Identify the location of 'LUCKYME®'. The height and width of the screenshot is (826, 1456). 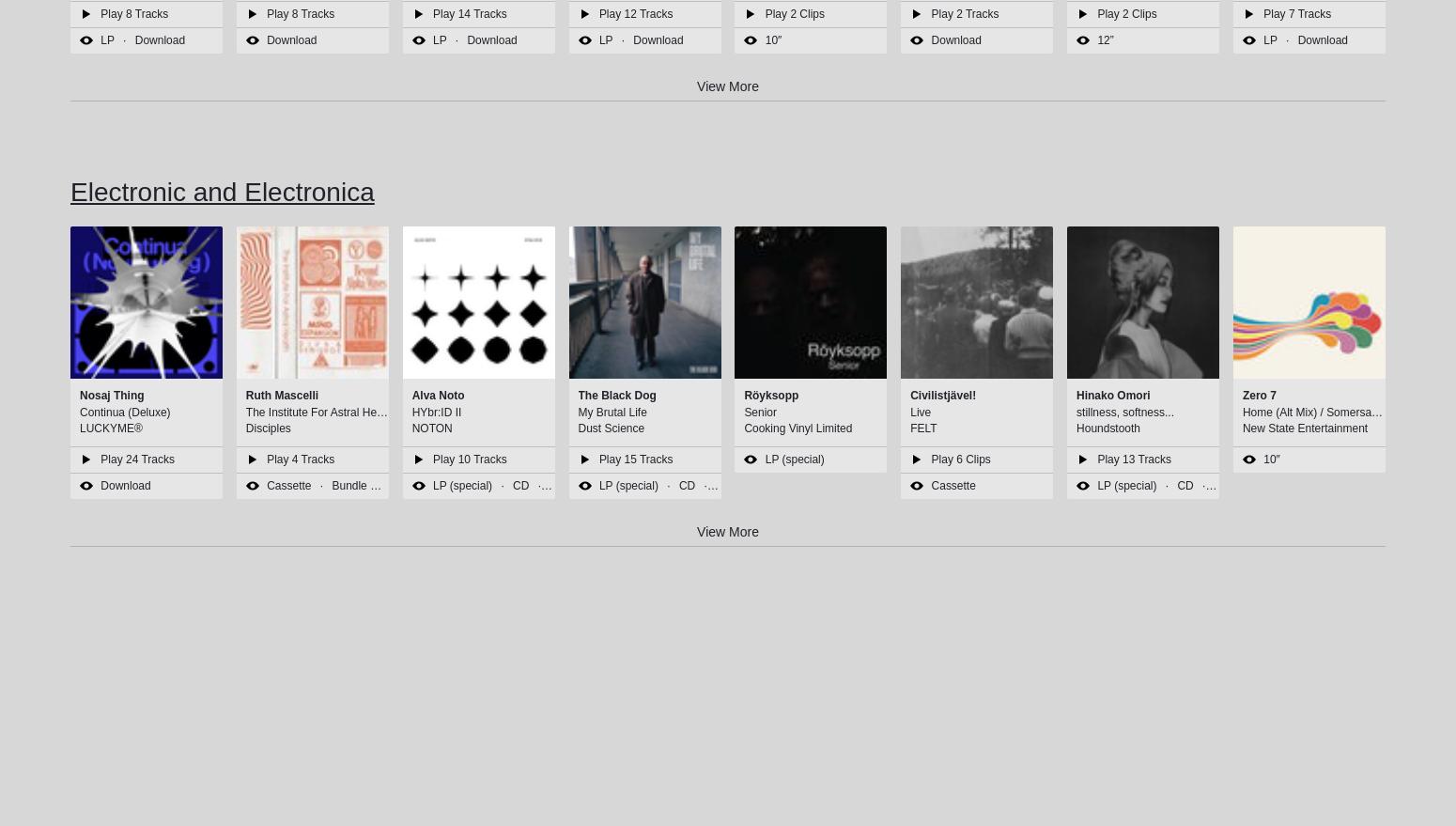
(79, 427).